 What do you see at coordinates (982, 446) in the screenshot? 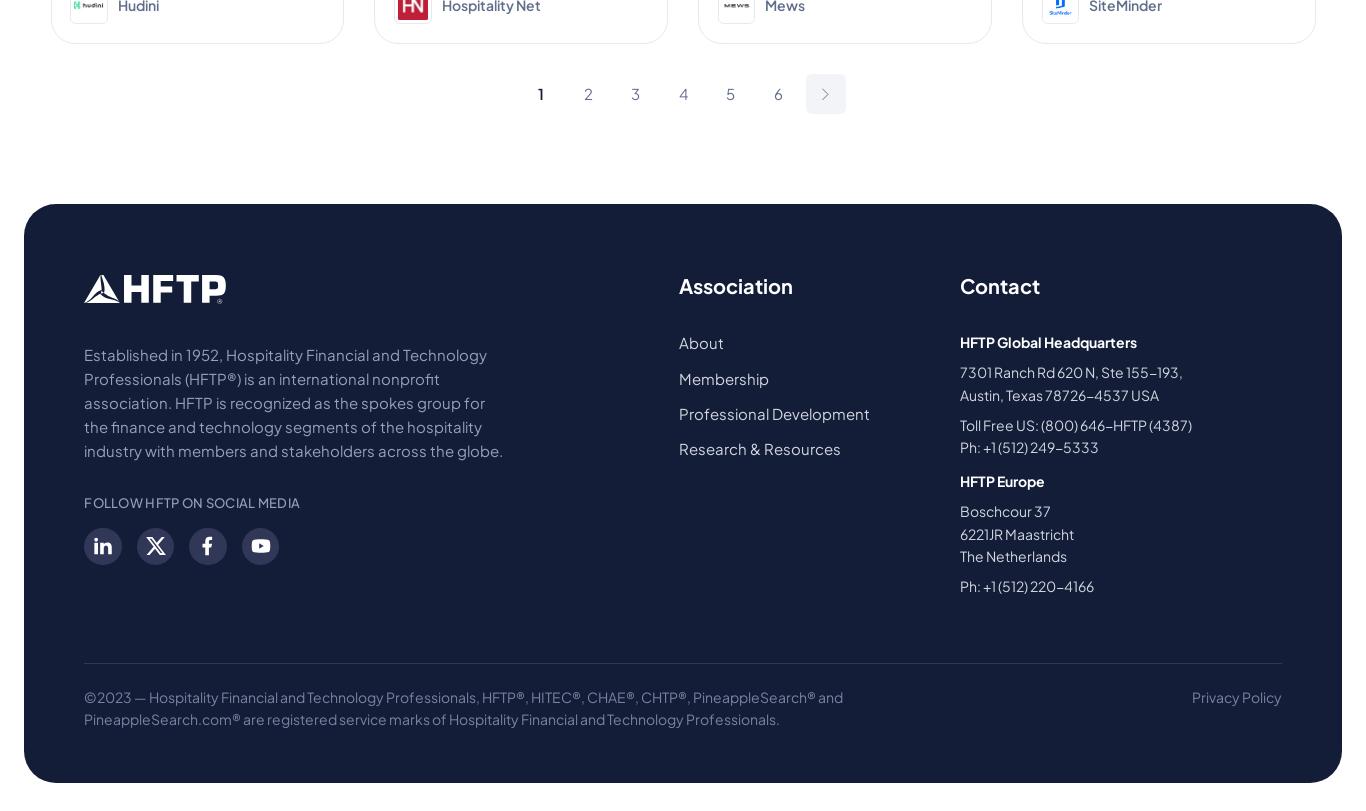
I see `'+1 (512) 249-5333'` at bounding box center [982, 446].